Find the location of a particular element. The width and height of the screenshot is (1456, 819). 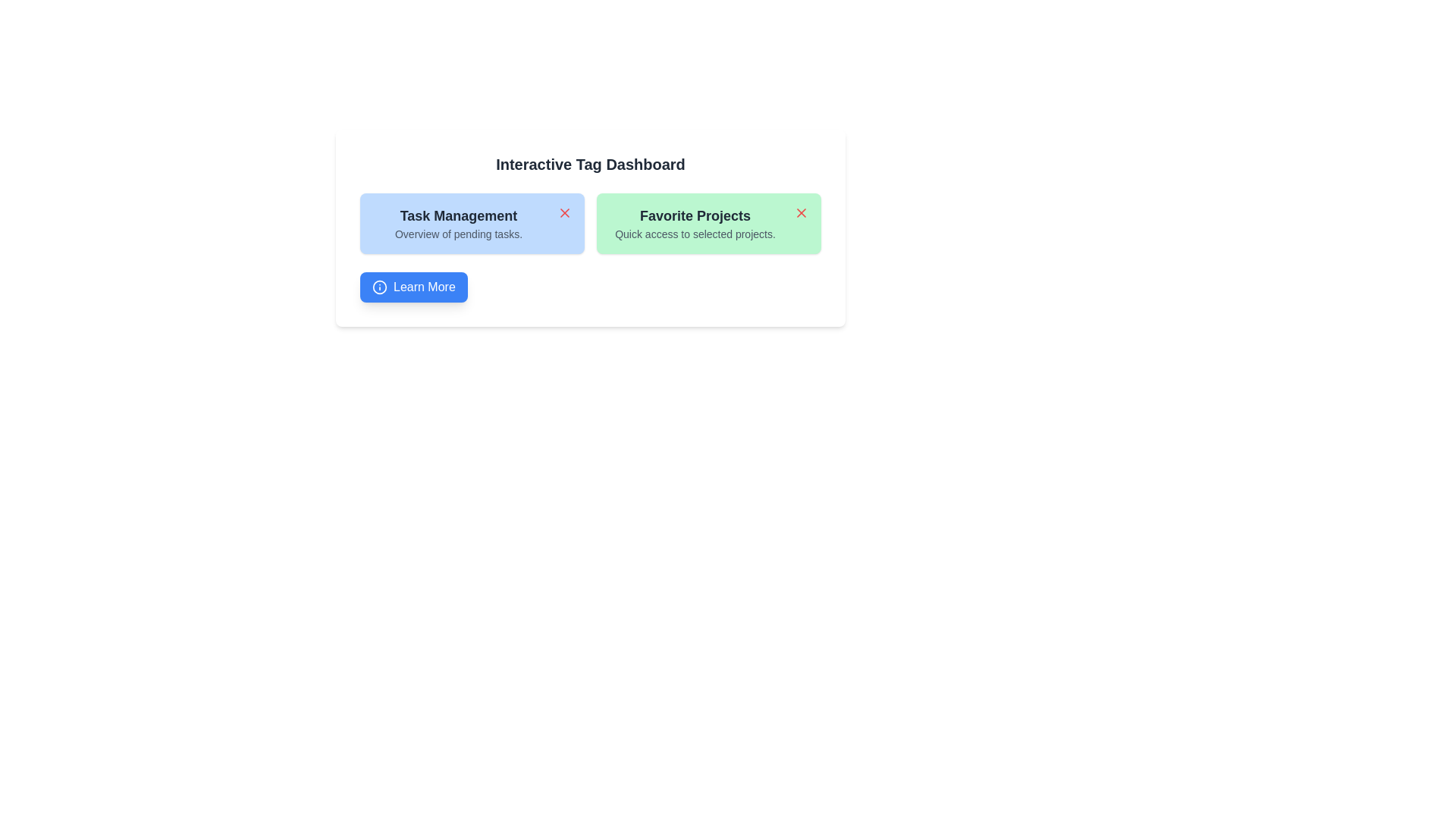

the cross icon button located in the top-right corner of the 'Task Management' card is located at coordinates (563, 213).